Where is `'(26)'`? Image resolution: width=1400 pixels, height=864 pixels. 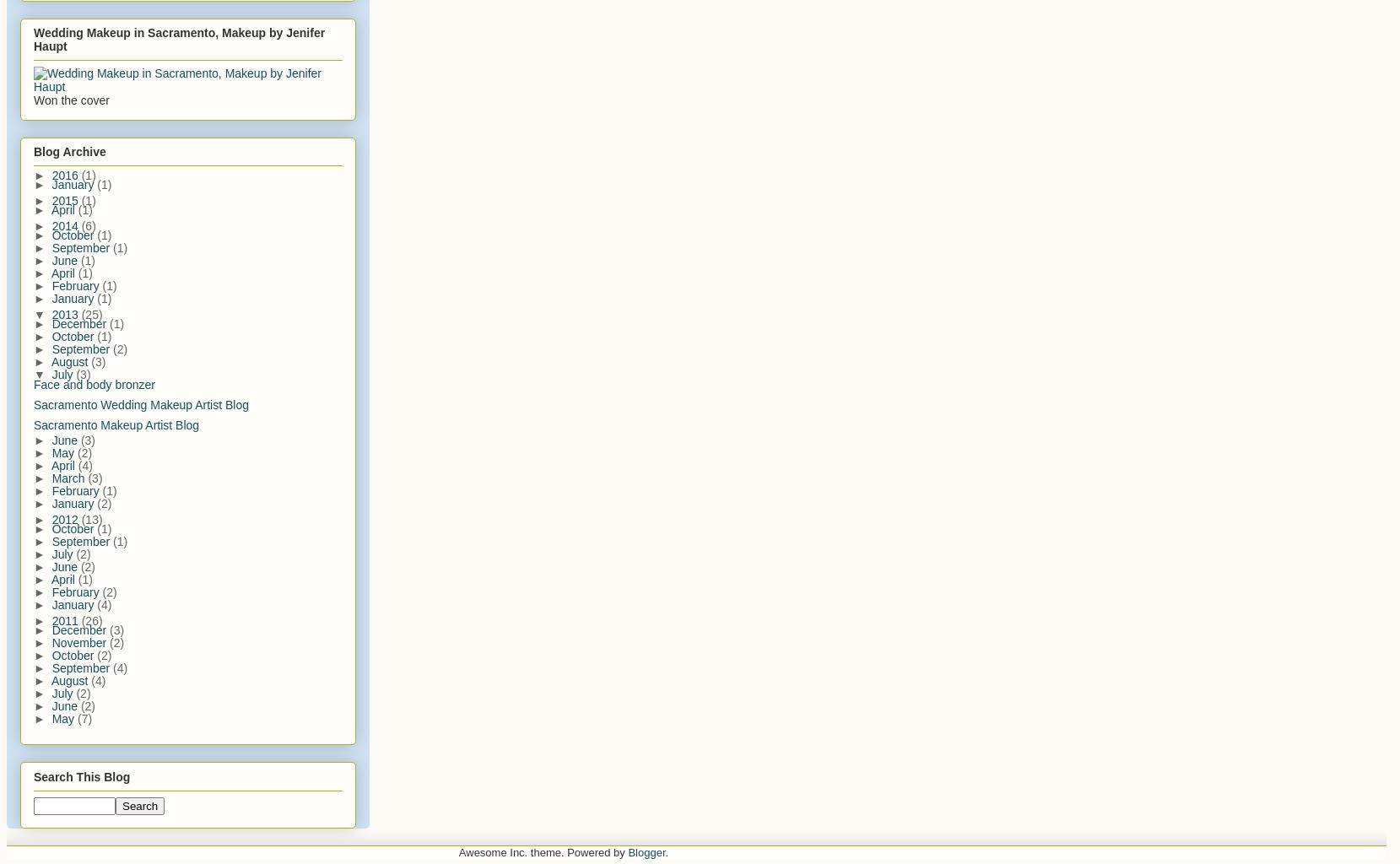
'(26)' is located at coordinates (90, 619).